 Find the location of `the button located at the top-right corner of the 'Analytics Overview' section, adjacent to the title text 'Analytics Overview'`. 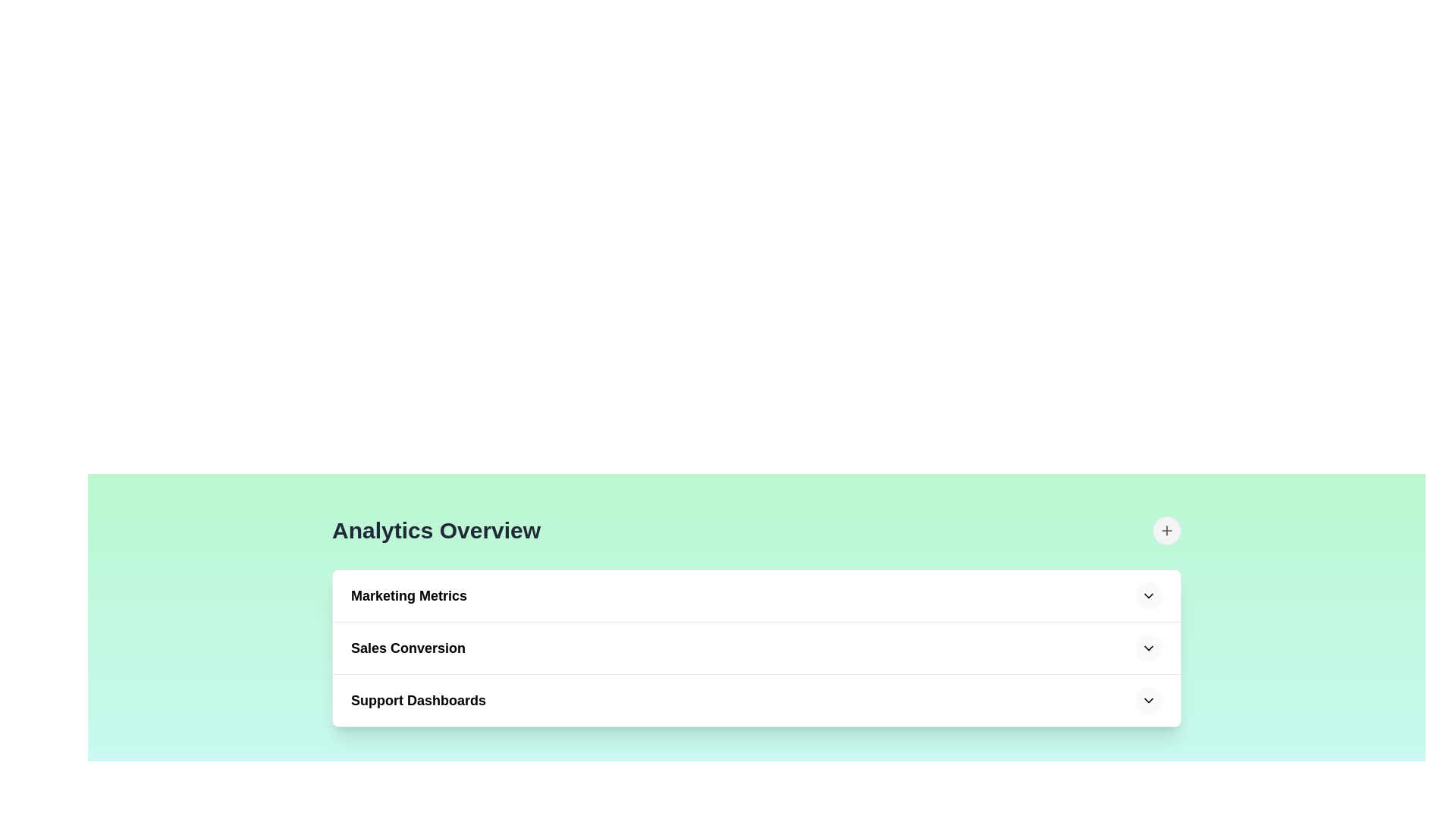

the button located at the top-right corner of the 'Analytics Overview' section, adjacent to the title text 'Analytics Overview' is located at coordinates (1166, 529).